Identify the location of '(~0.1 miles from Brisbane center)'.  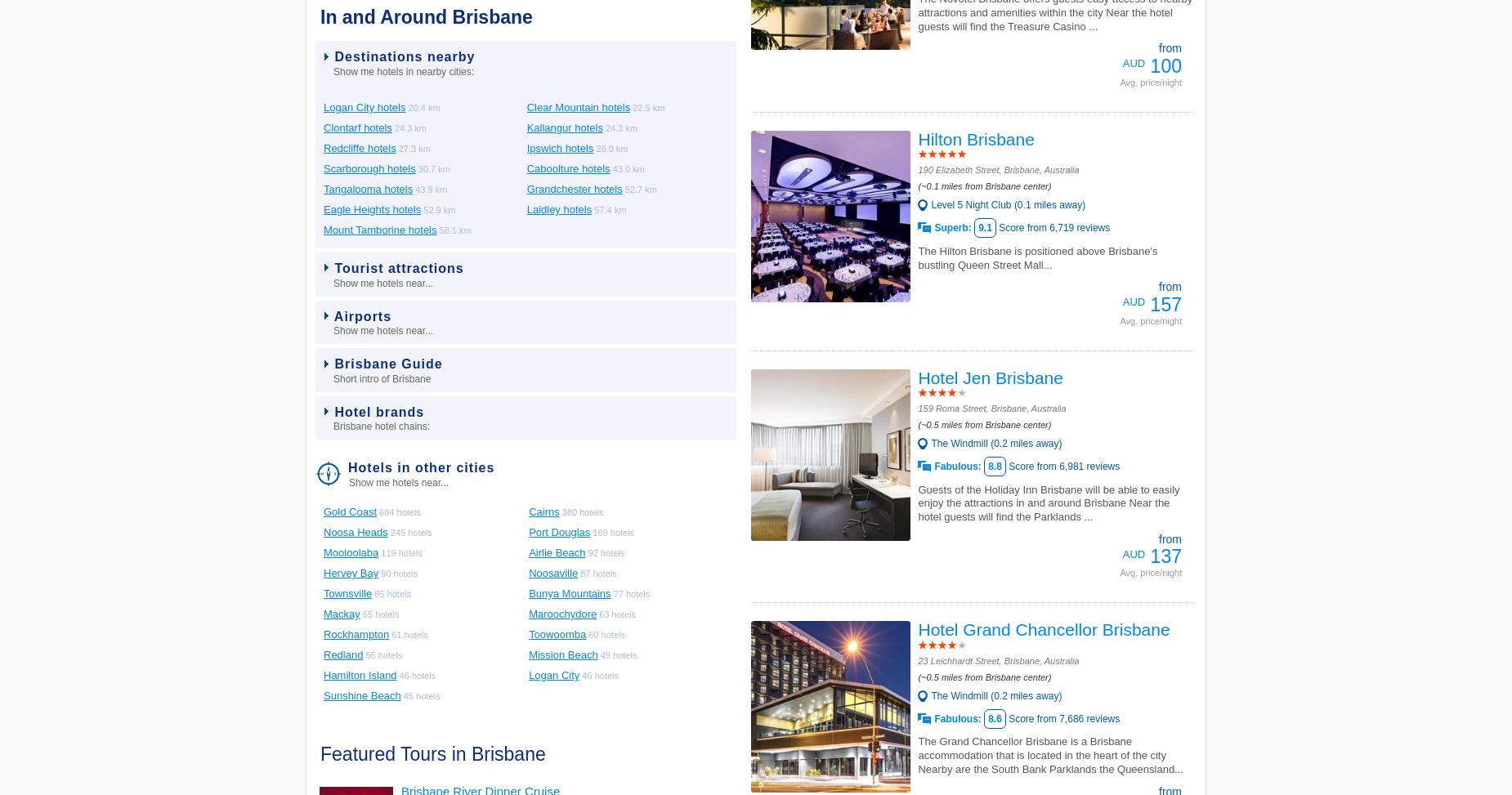
(983, 185).